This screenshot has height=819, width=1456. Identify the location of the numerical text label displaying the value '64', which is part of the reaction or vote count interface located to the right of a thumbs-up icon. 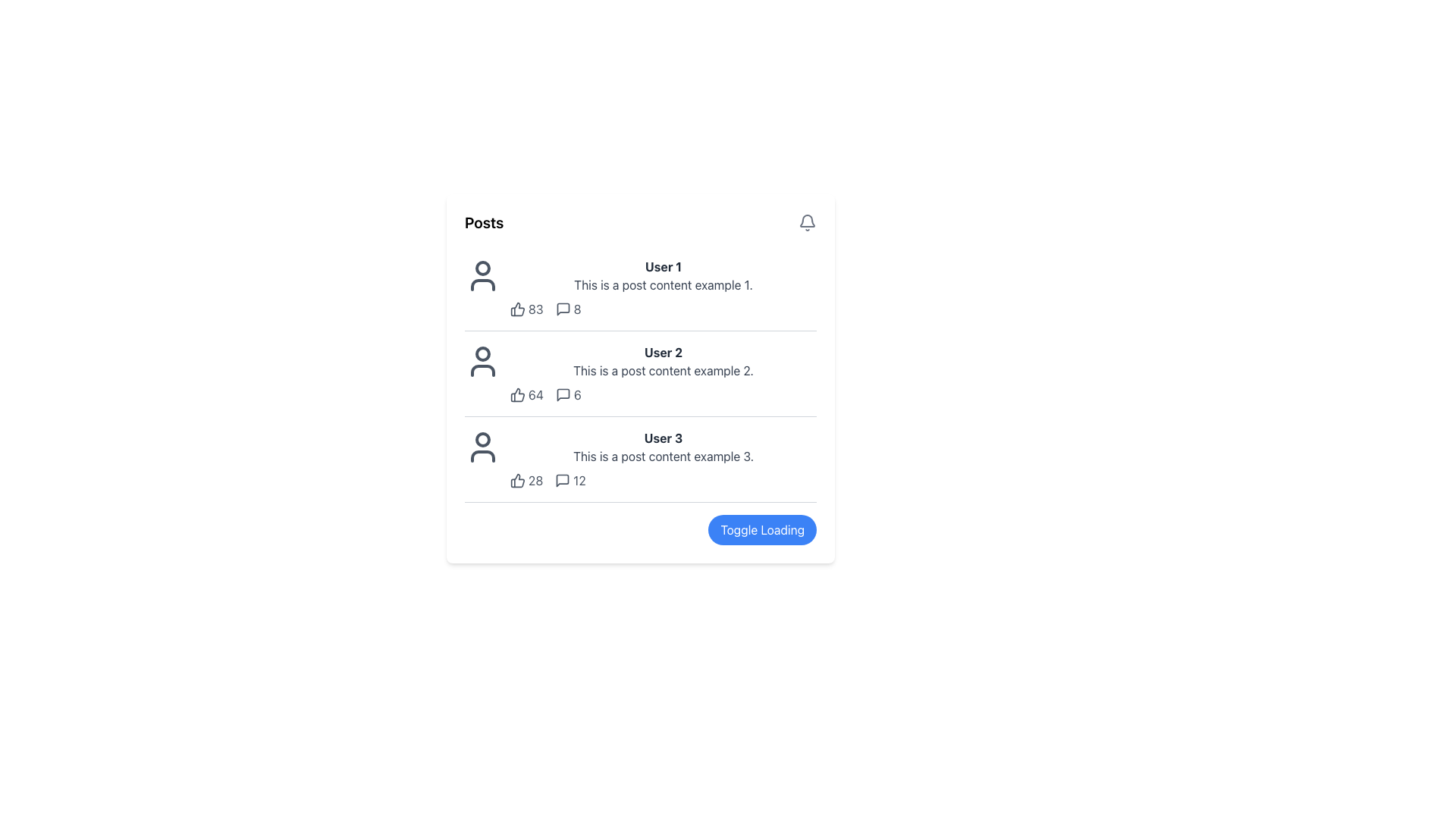
(535, 394).